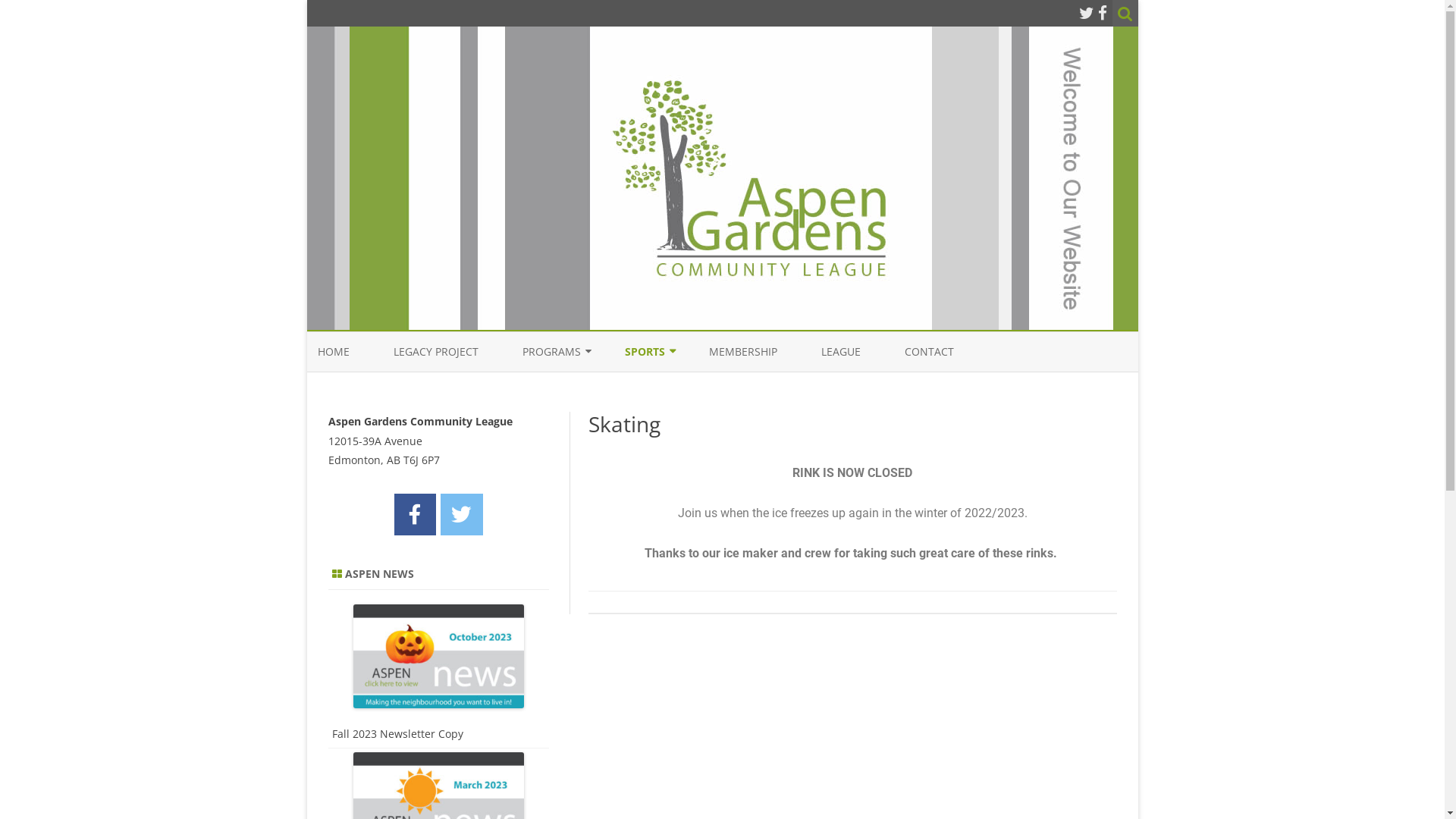 The width and height of the screenshot is (1456, 819). Describe the element at coordinates (1103, 12) in the screenshot. I see `'Facebook'` at that location.